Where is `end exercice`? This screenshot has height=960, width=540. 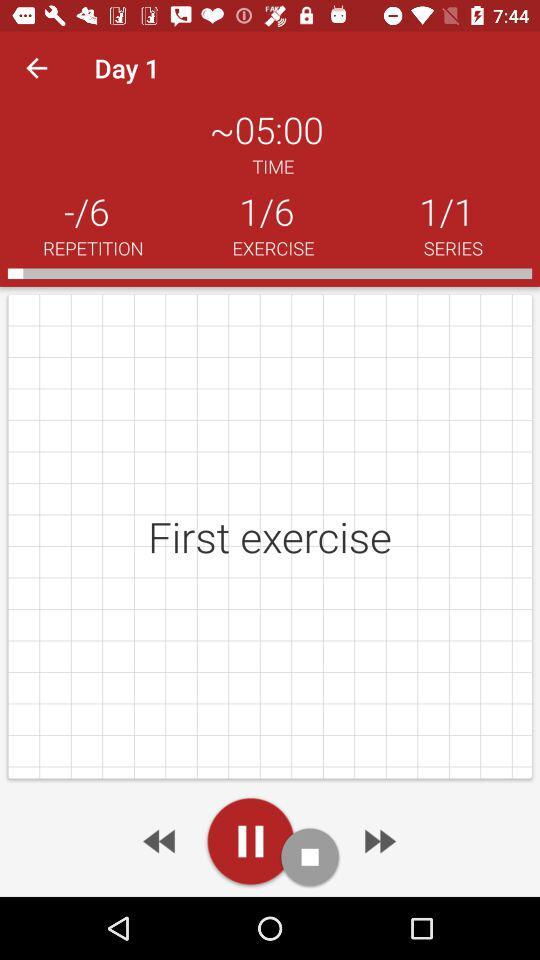
end exercice is located at coordinates (310, 856).